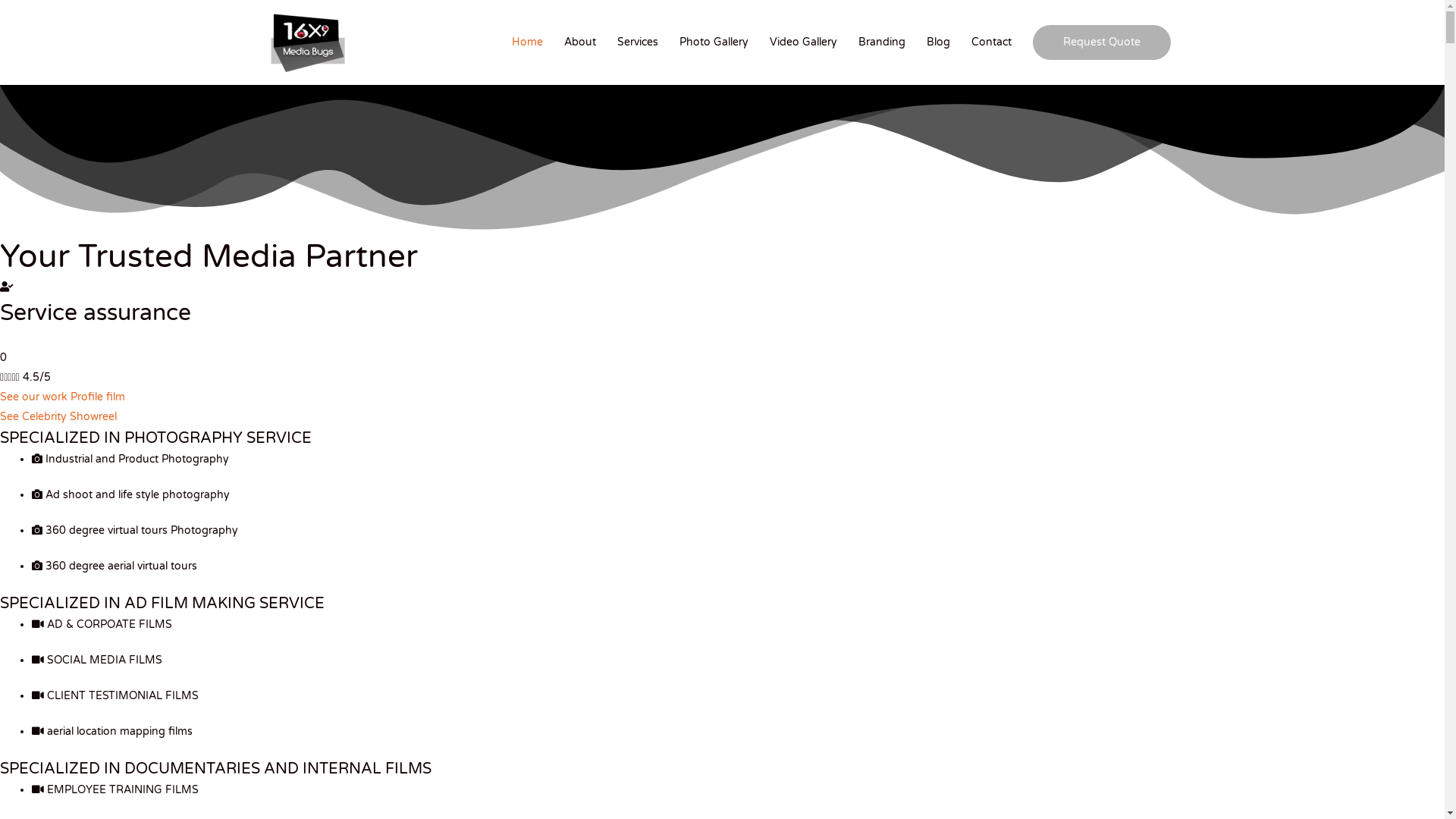 The width and height of the screenshot is (1456, 819). Describe the element at coordinates (527, 42) in the screenshot. I see `'Home'` at that location.